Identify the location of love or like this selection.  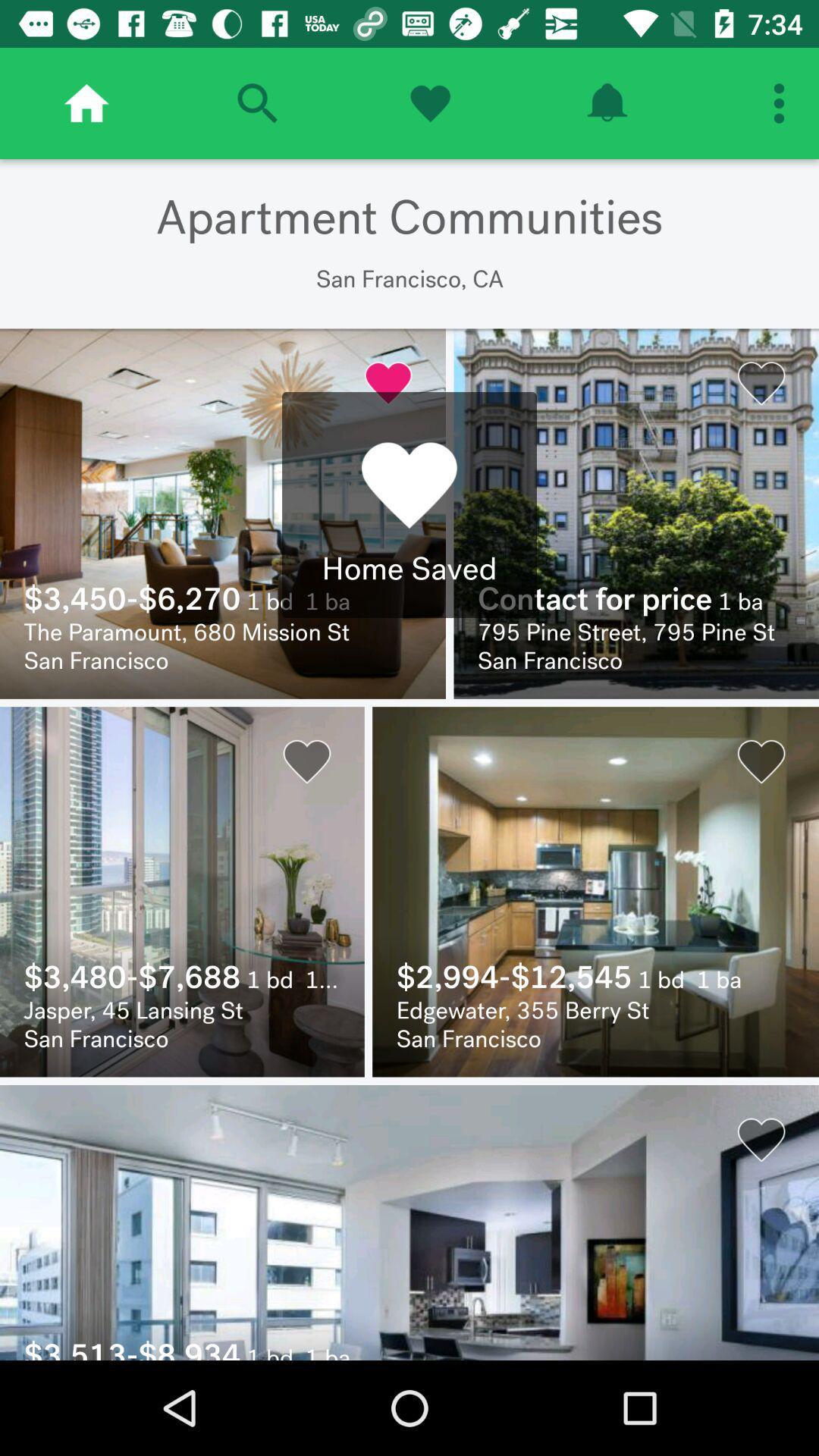
(430, 102).